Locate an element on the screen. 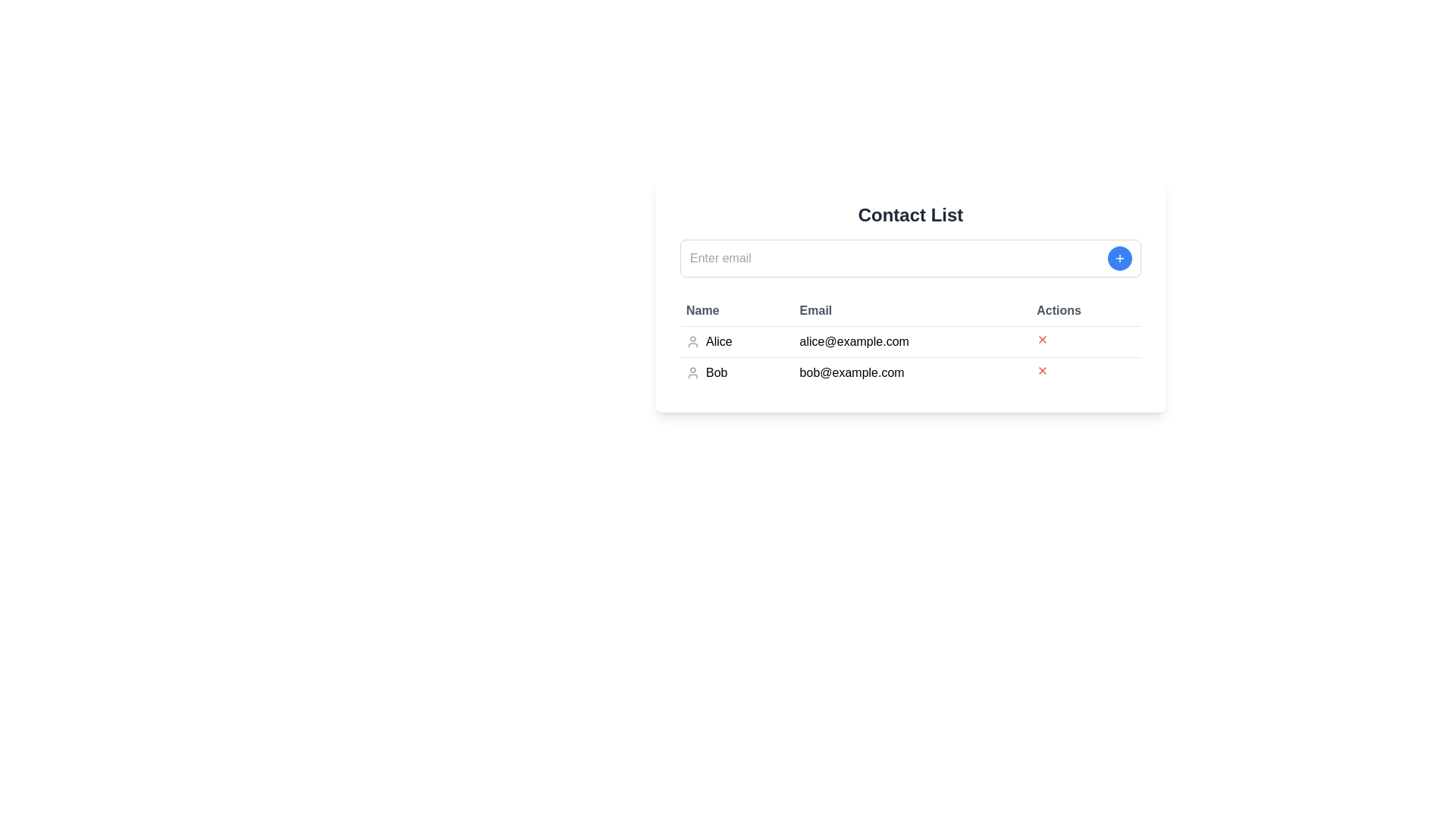  text content of the contact name label located in the second row of the contact list table, under the 'Name' column, adjacent to the profile icon is located at coordinates (716, 373).